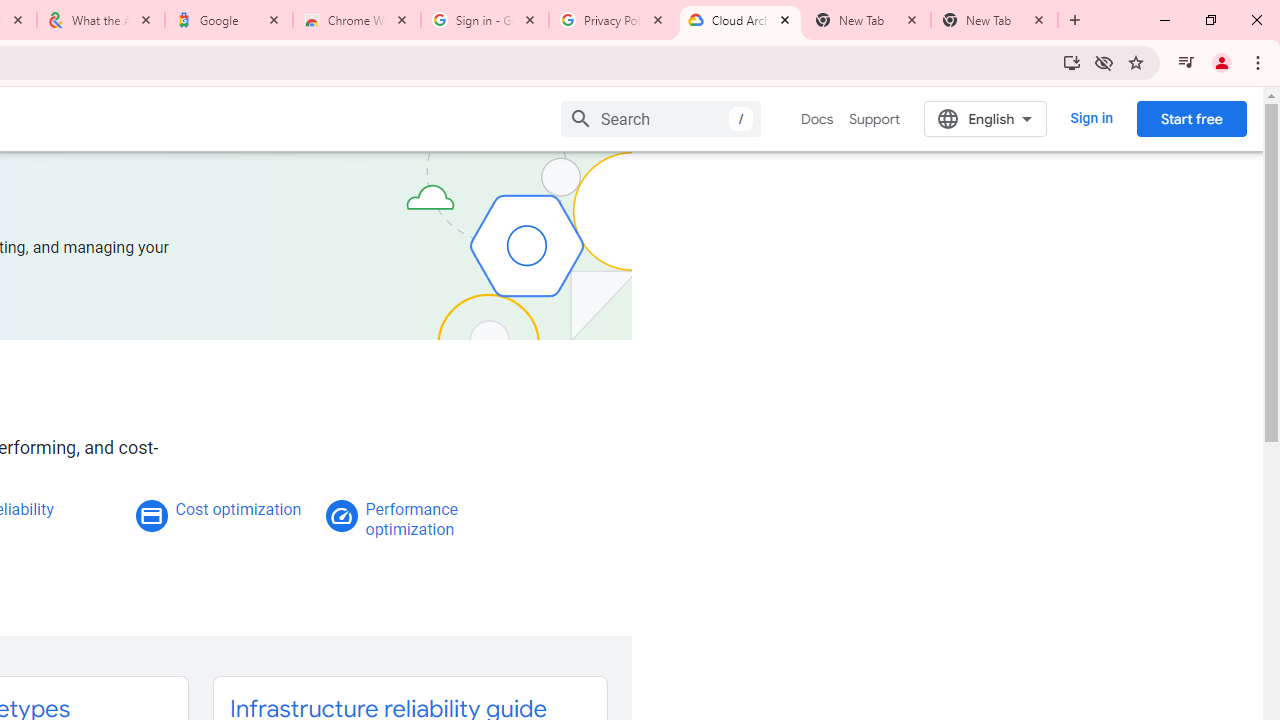 The image size is (1280, 720). What do you see at coordinates (229, 20) in the screenshot?
I see `'Google'` at bounding box center [229, 20].